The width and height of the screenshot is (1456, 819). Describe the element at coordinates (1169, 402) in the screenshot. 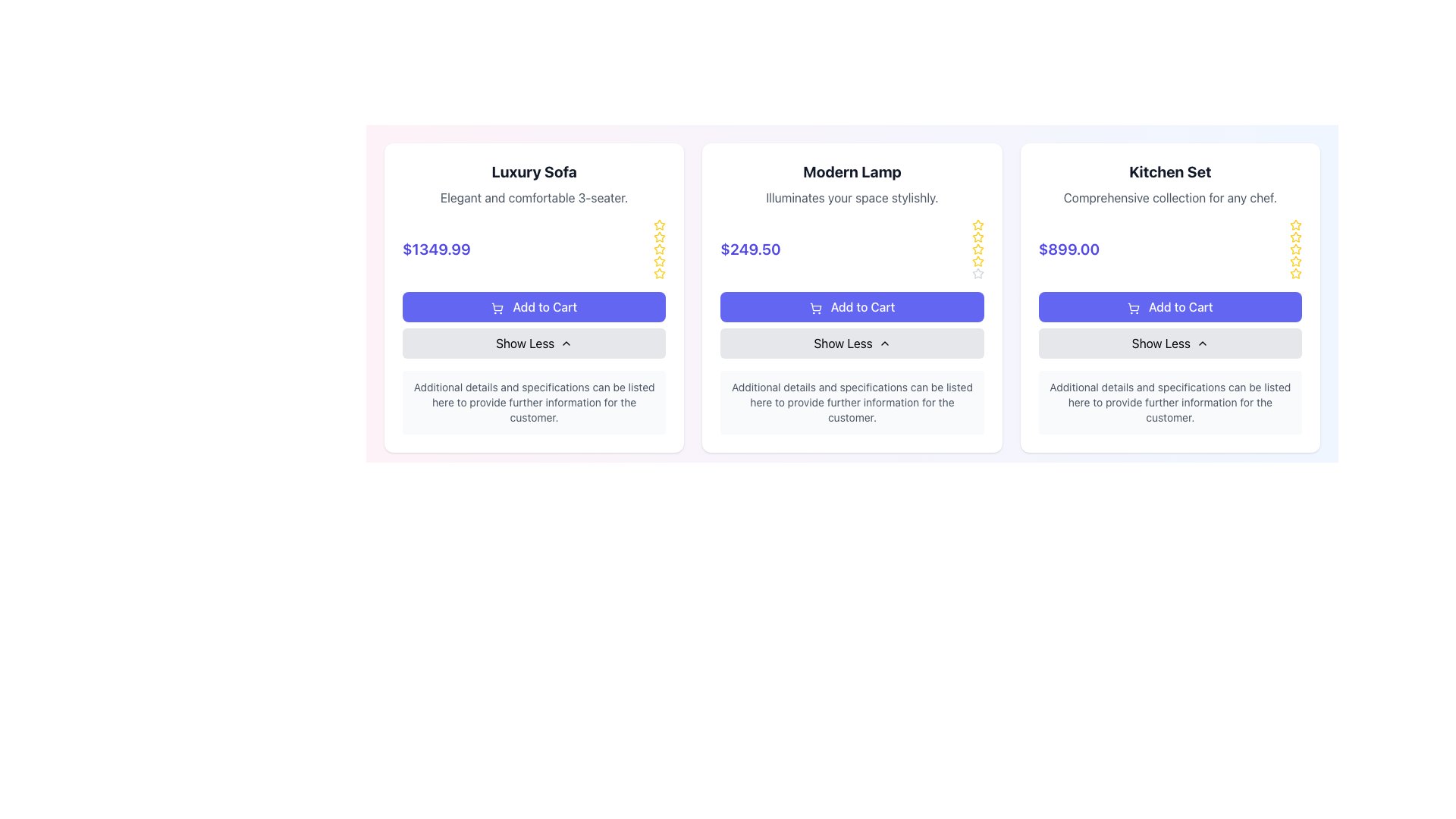

I see `the text block containing supplementary information styled with a light gray background, located below the 'Show Less' button in the 'Kitchen Set' card` at that location.